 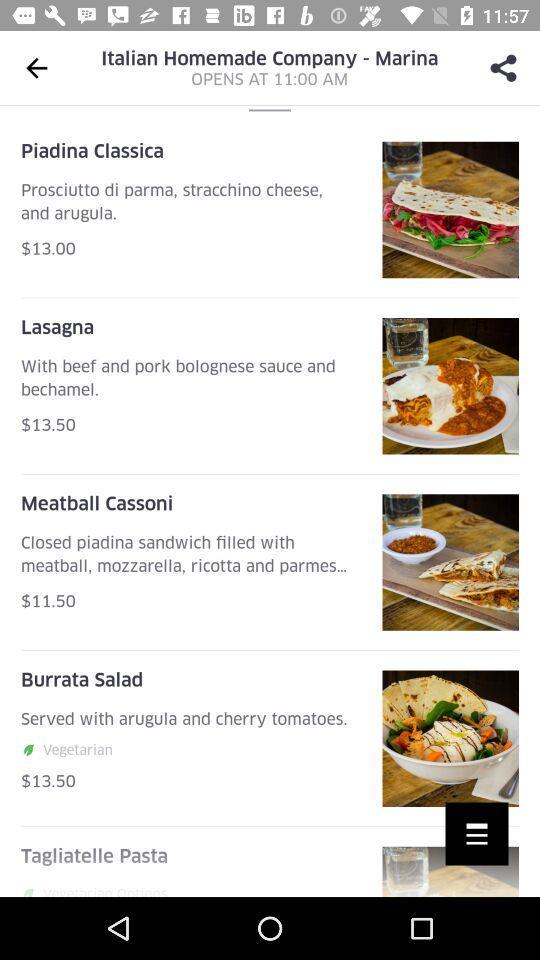 I want to click on take the image right to burrata salad, so click(x=451, y=738).